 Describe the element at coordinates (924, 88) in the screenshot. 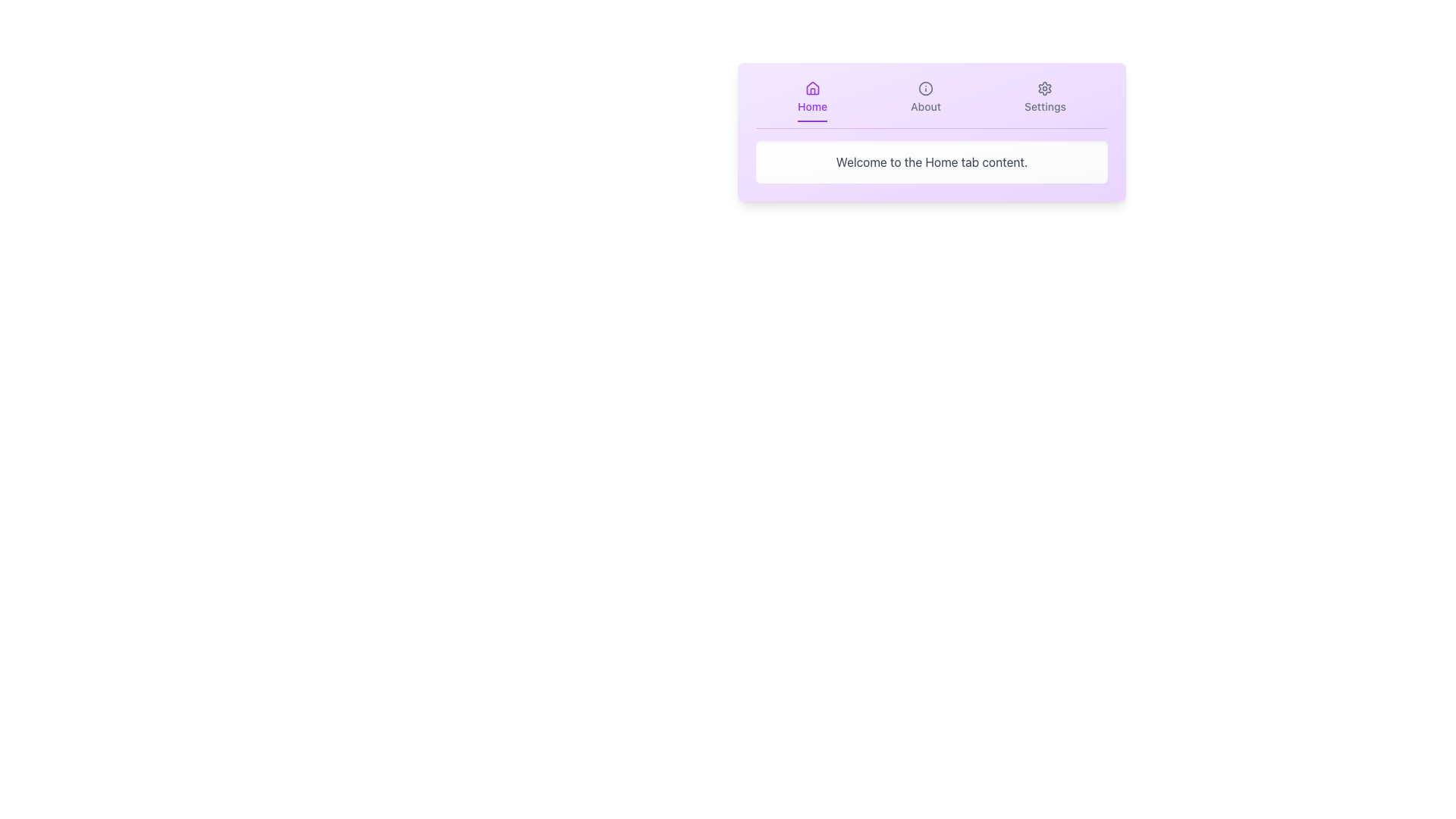

I see `the 'About' SVG icon located centrally in the top navigation bar, which serves as the visual representation of the 'About' tab` at that location.